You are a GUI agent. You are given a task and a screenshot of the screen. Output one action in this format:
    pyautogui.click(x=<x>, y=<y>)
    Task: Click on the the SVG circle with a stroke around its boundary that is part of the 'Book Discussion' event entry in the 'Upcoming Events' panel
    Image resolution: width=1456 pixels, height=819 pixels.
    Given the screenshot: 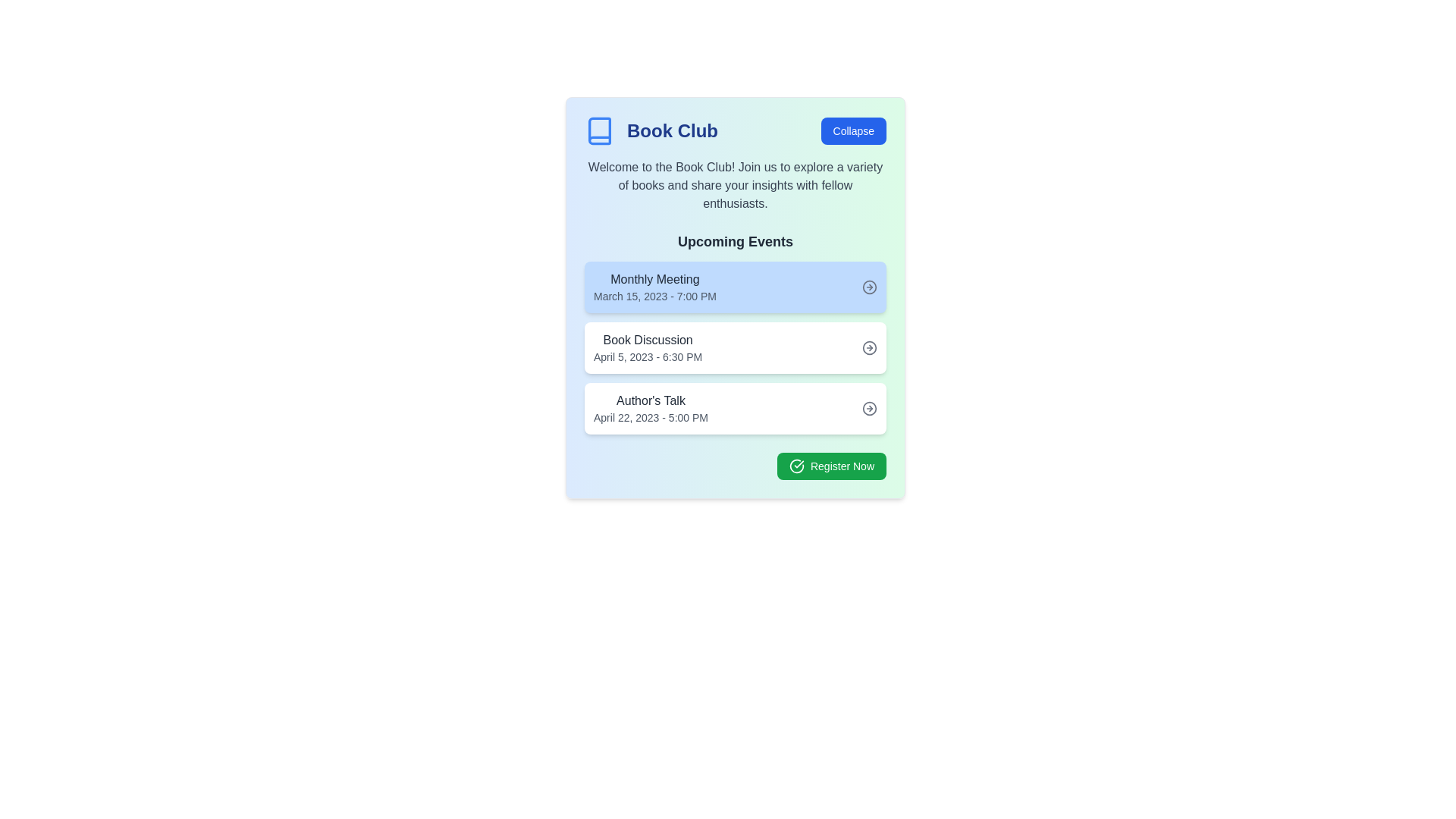 What is the action you would take?
    pyautogui.click(x=870, y=348)
    